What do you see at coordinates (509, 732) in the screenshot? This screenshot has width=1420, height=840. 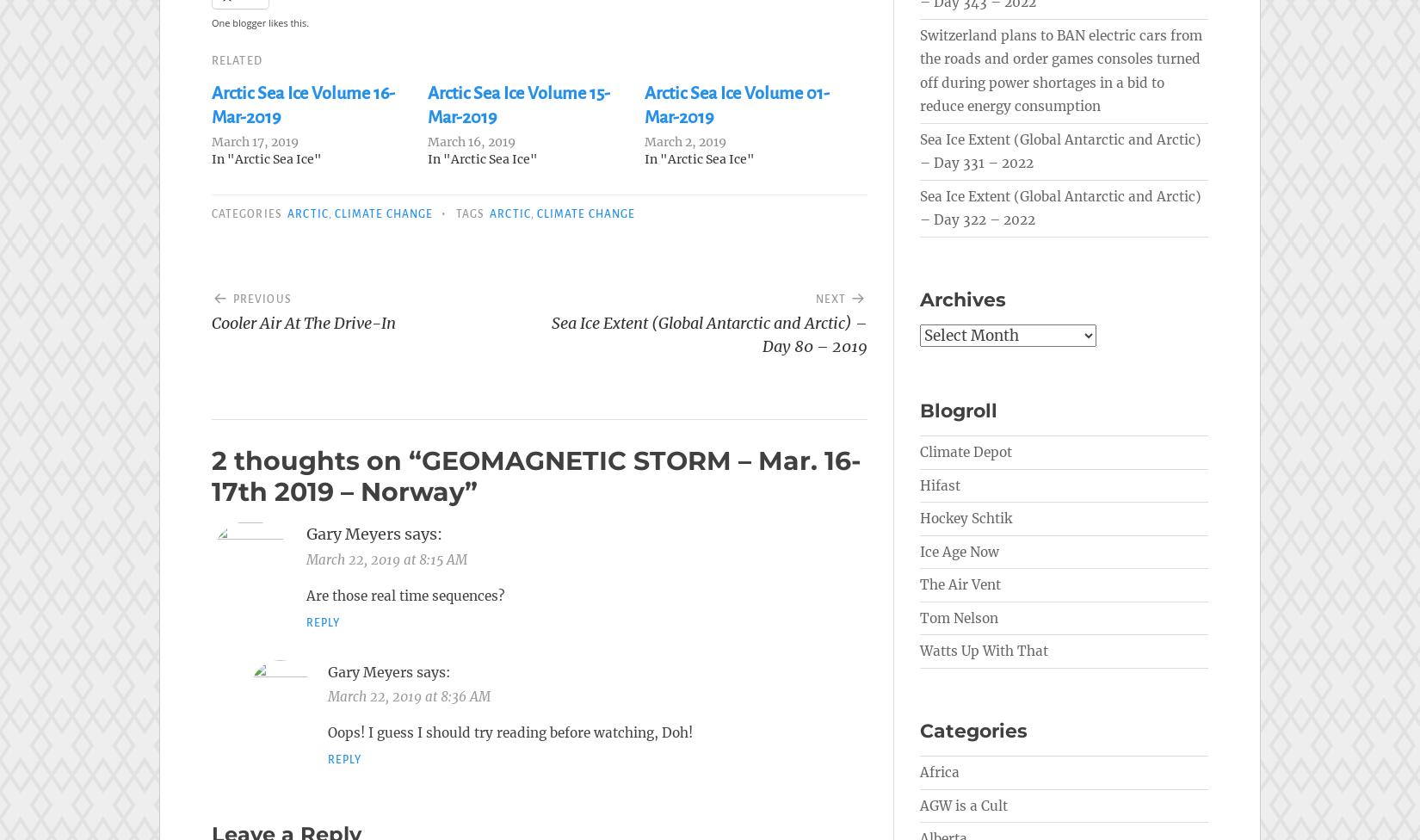 I see `'Oops!  I guess I should try reading before watching, Doh!'` at bounding box center [509, 732].